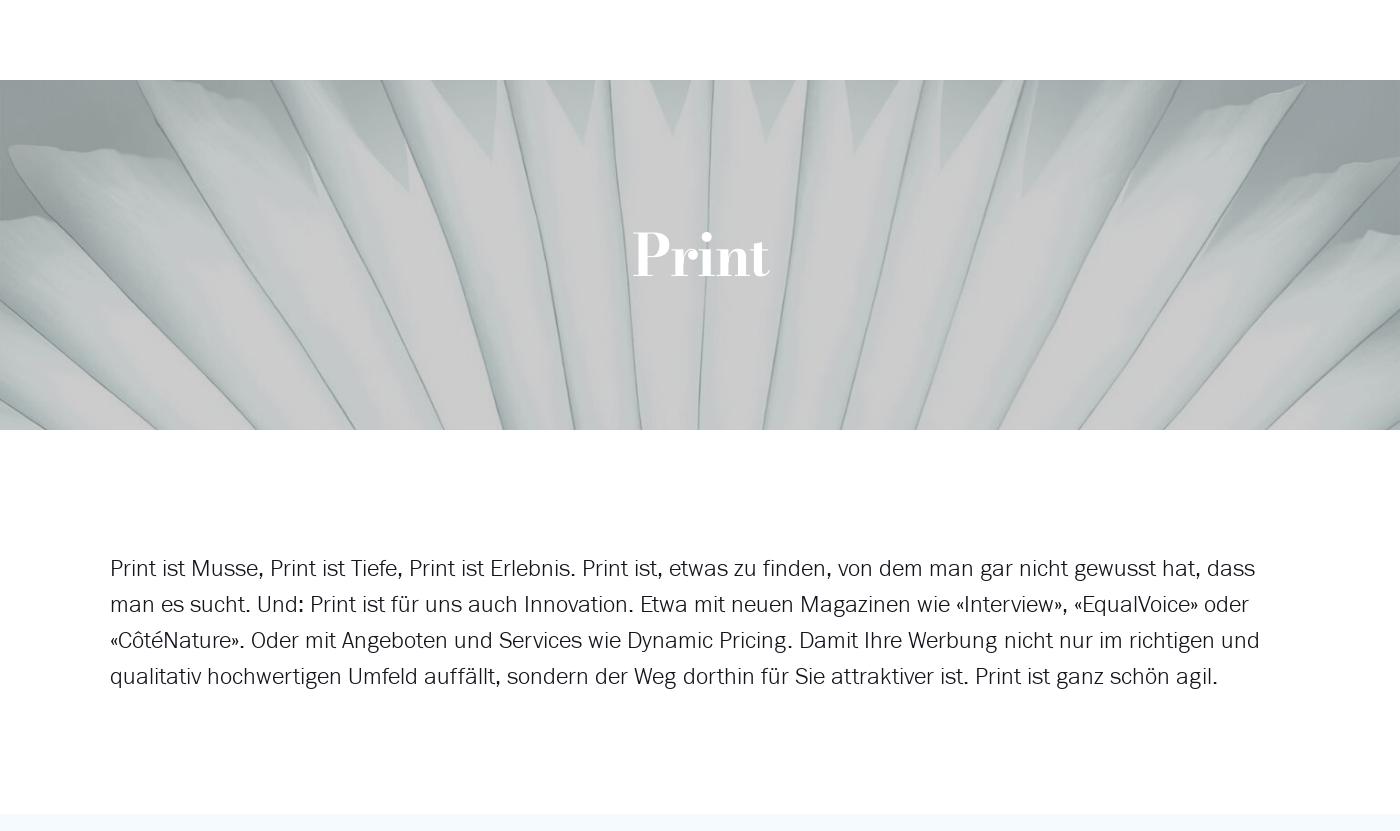 Image resolution: width=1400 pixels, height=831 pixels. What do you see at coordinates (978, 174) in the screenshot?
I see `'Kontakt'` at bounding box center [978, 174].